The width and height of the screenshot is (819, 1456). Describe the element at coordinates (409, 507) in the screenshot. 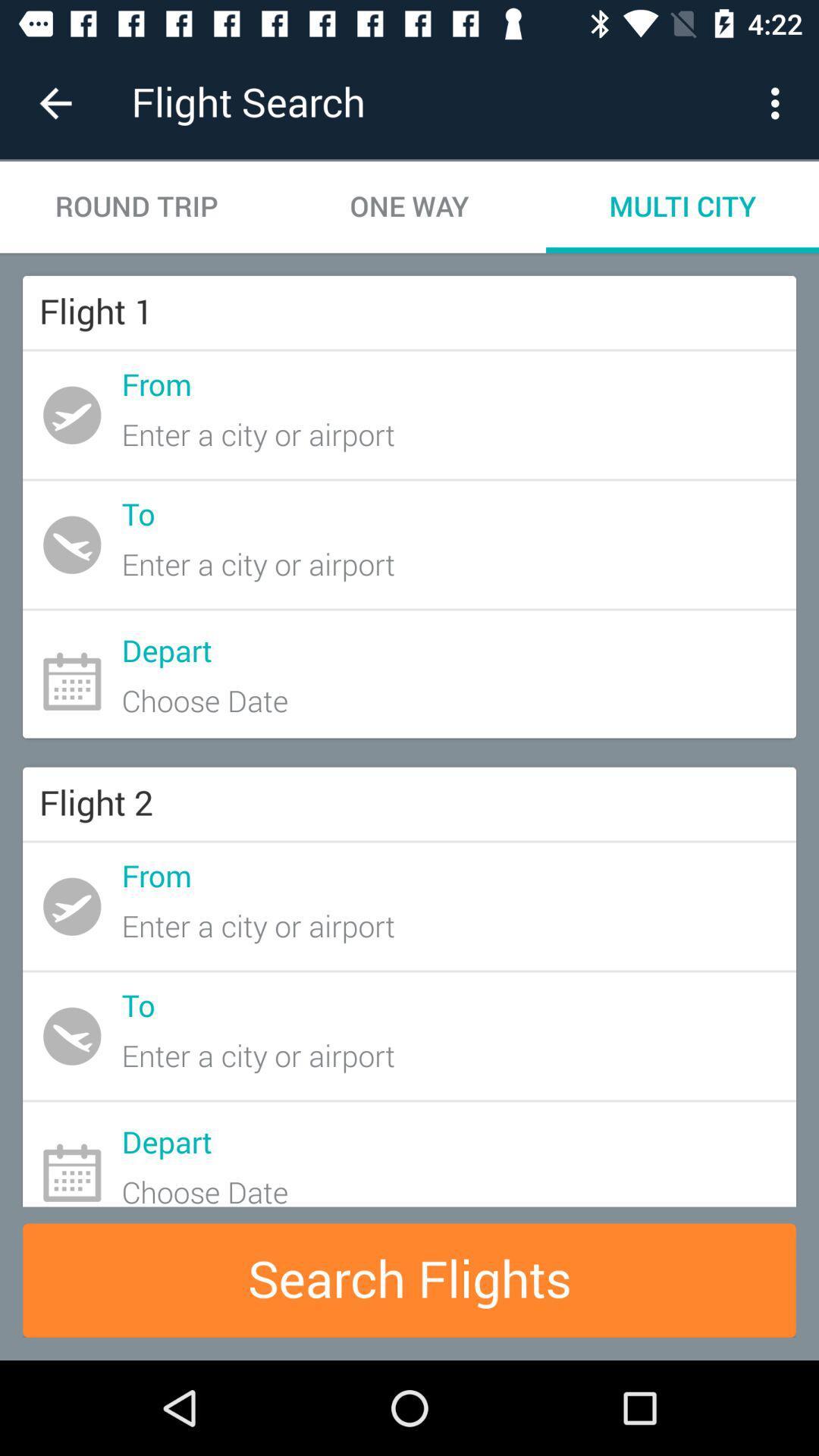

I see `the whole section flight 1` at that location.